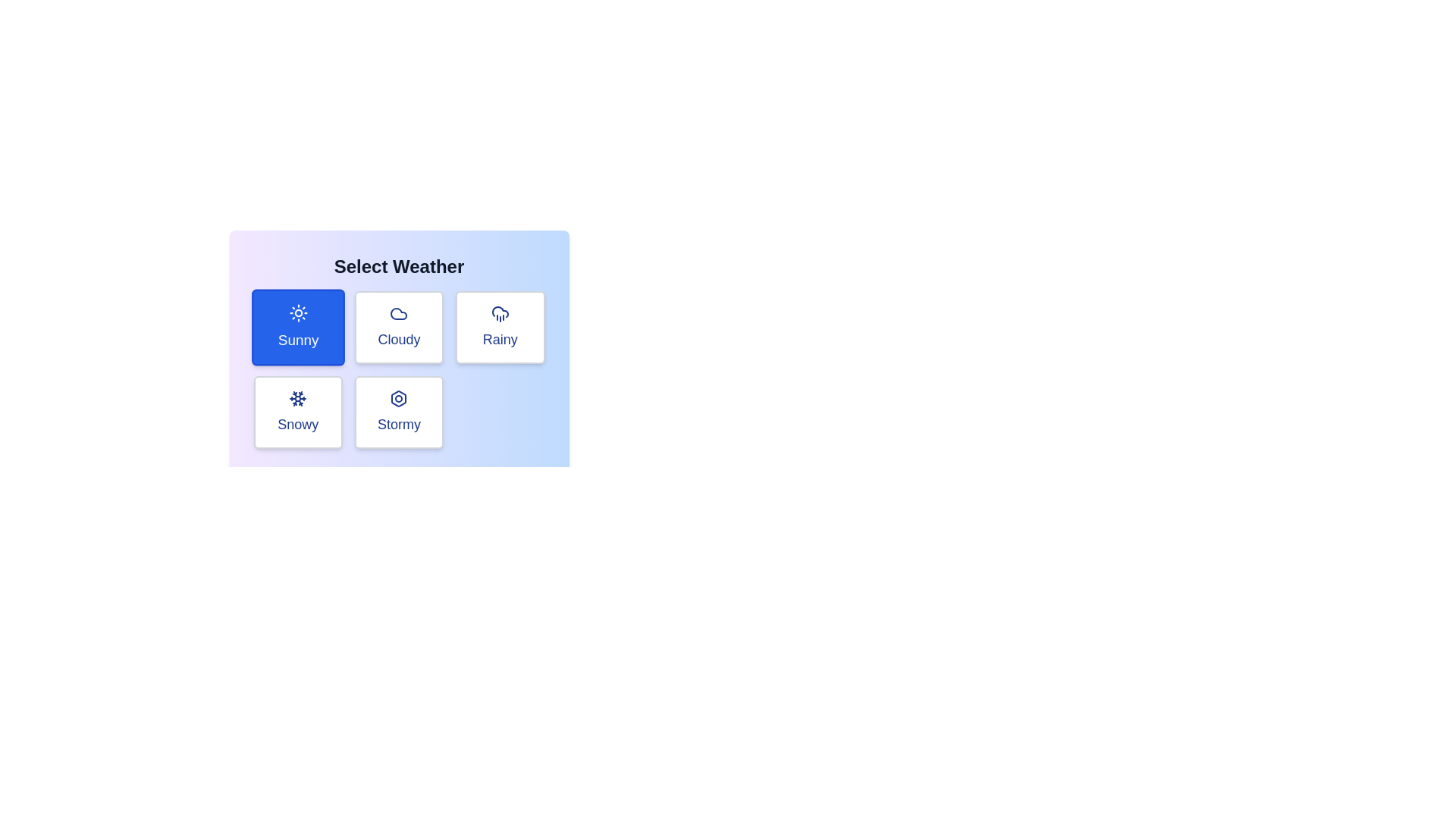 The width and height of the screenshot is (1456, 819). I want to click on storm icon, which is a hexagonal-shaped icon with a circular bolt graphic inside, located centrally within the 'Stormy' selection button at the bottom-right of the grid under the 'Select Weather' heading, so click(399, 397).